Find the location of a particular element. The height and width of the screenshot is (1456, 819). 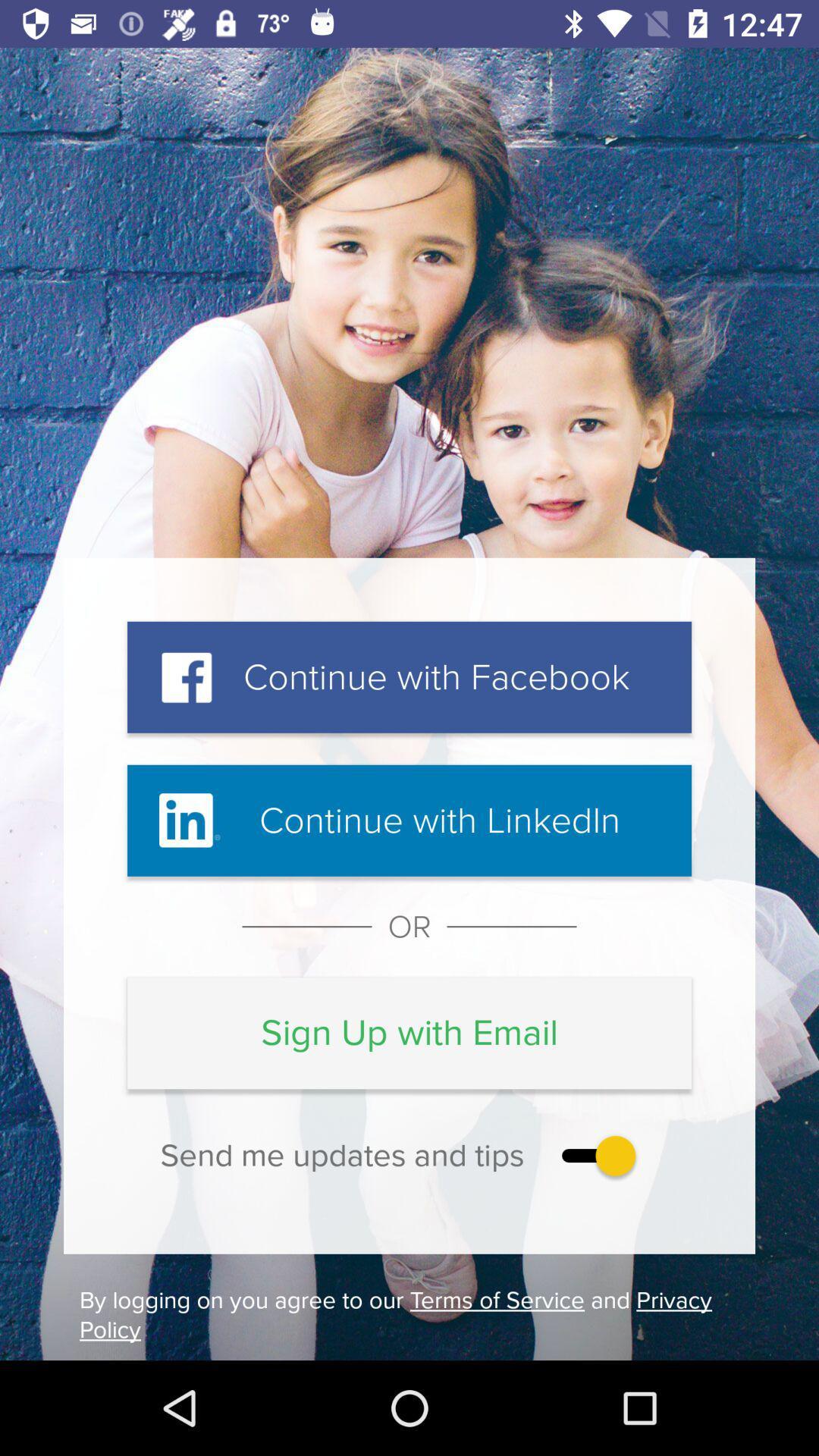

the sign up with icon is located at coordinates (409, 1032).